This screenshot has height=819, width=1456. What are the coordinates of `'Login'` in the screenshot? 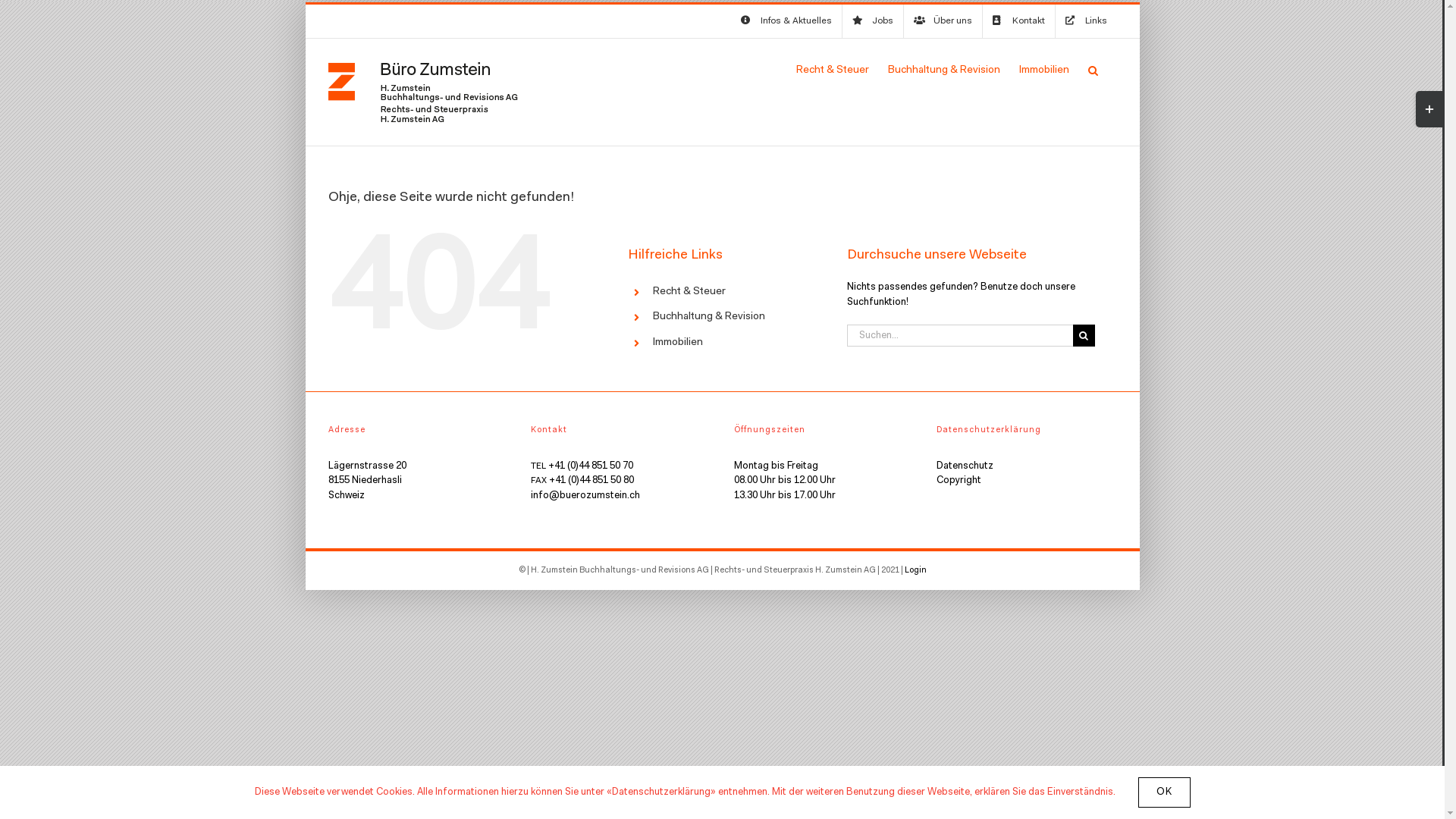 It's located at (903, 570).